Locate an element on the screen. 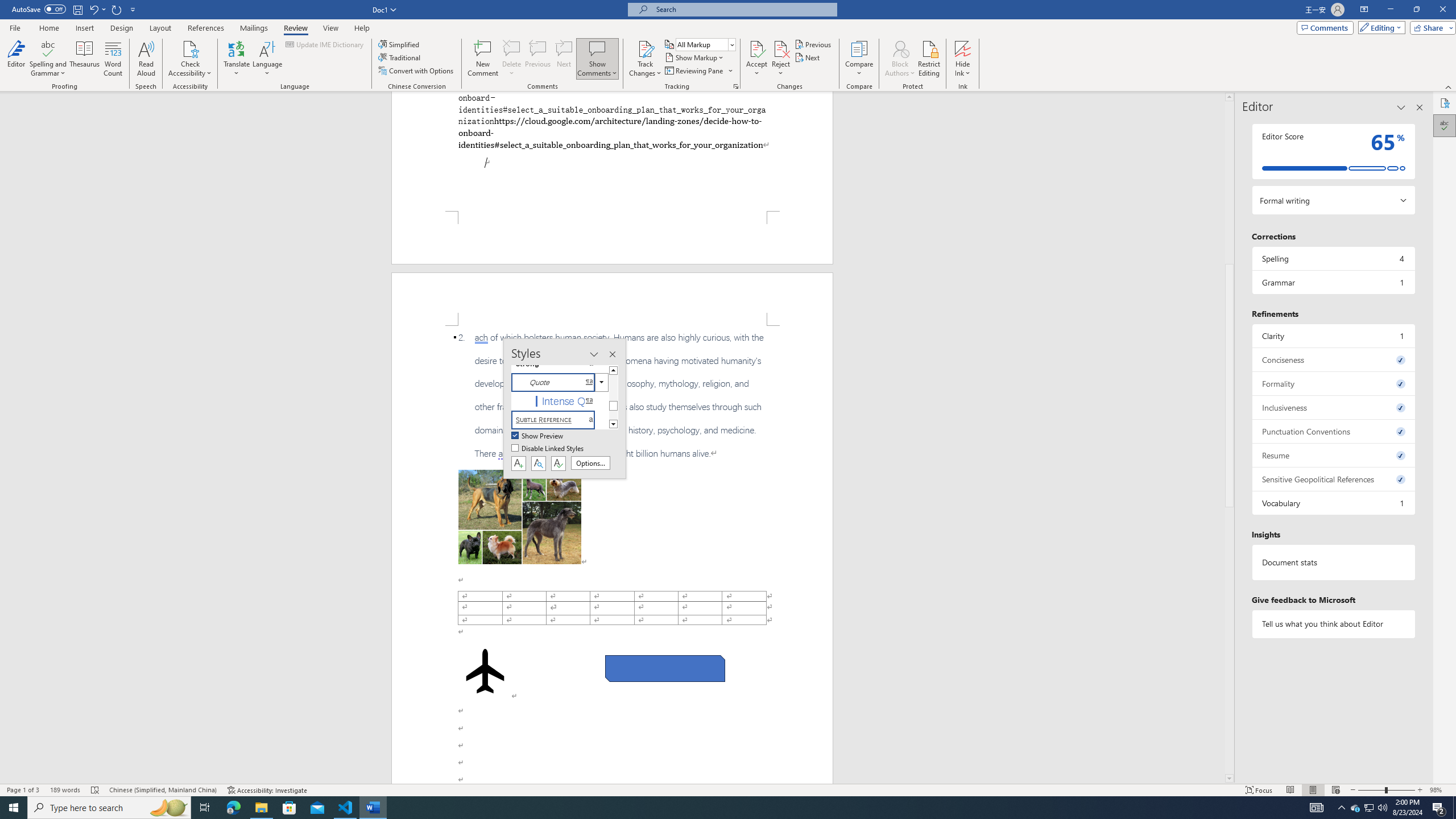  'Zoom' is located at coordinates (1386, 790).